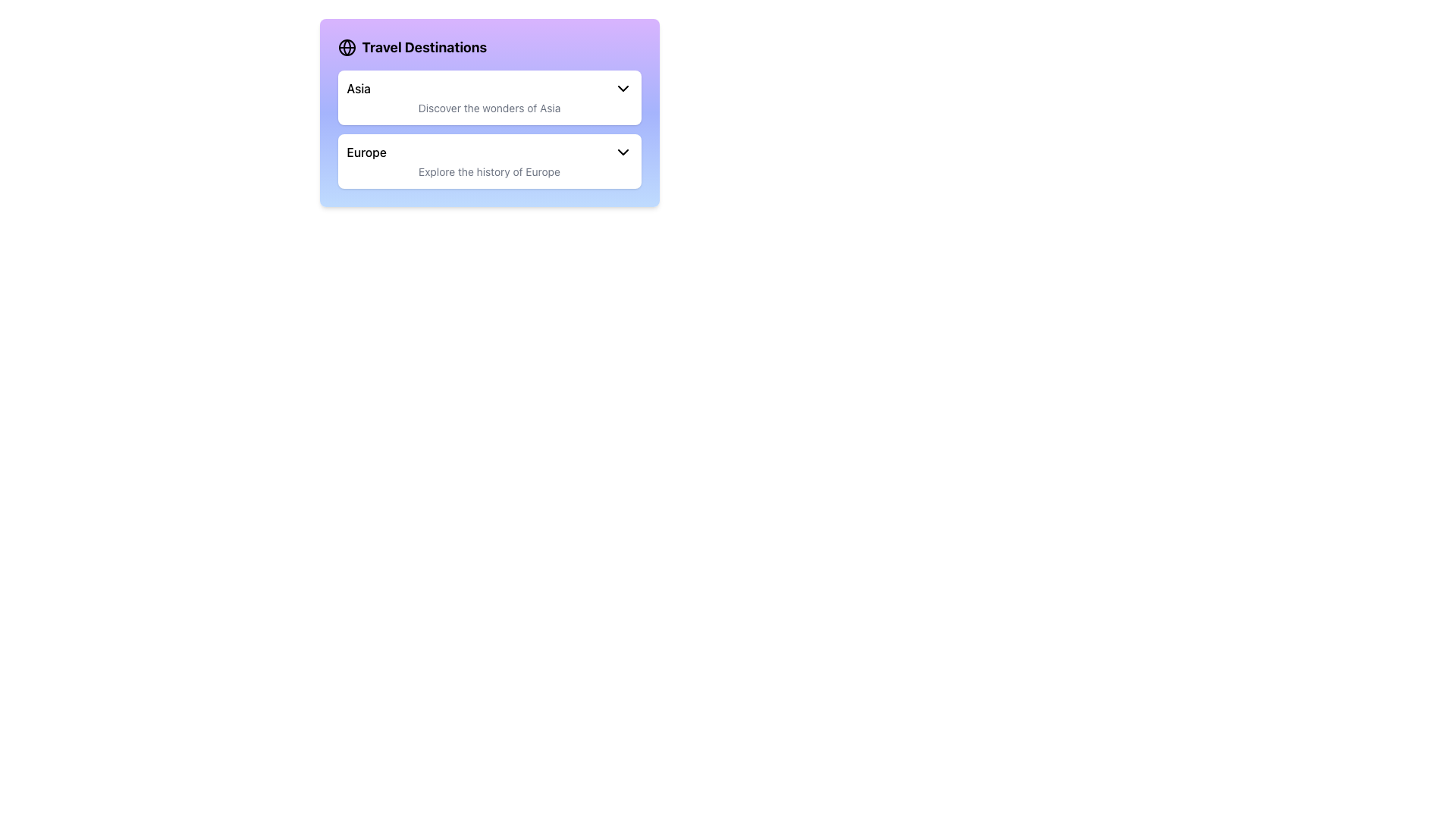 This screenshot has width=1456, height=819. I want to click on the non-interactive Text Label located immediately below the main title 'Europe' to observe context or tooltips, so click(489, 171).